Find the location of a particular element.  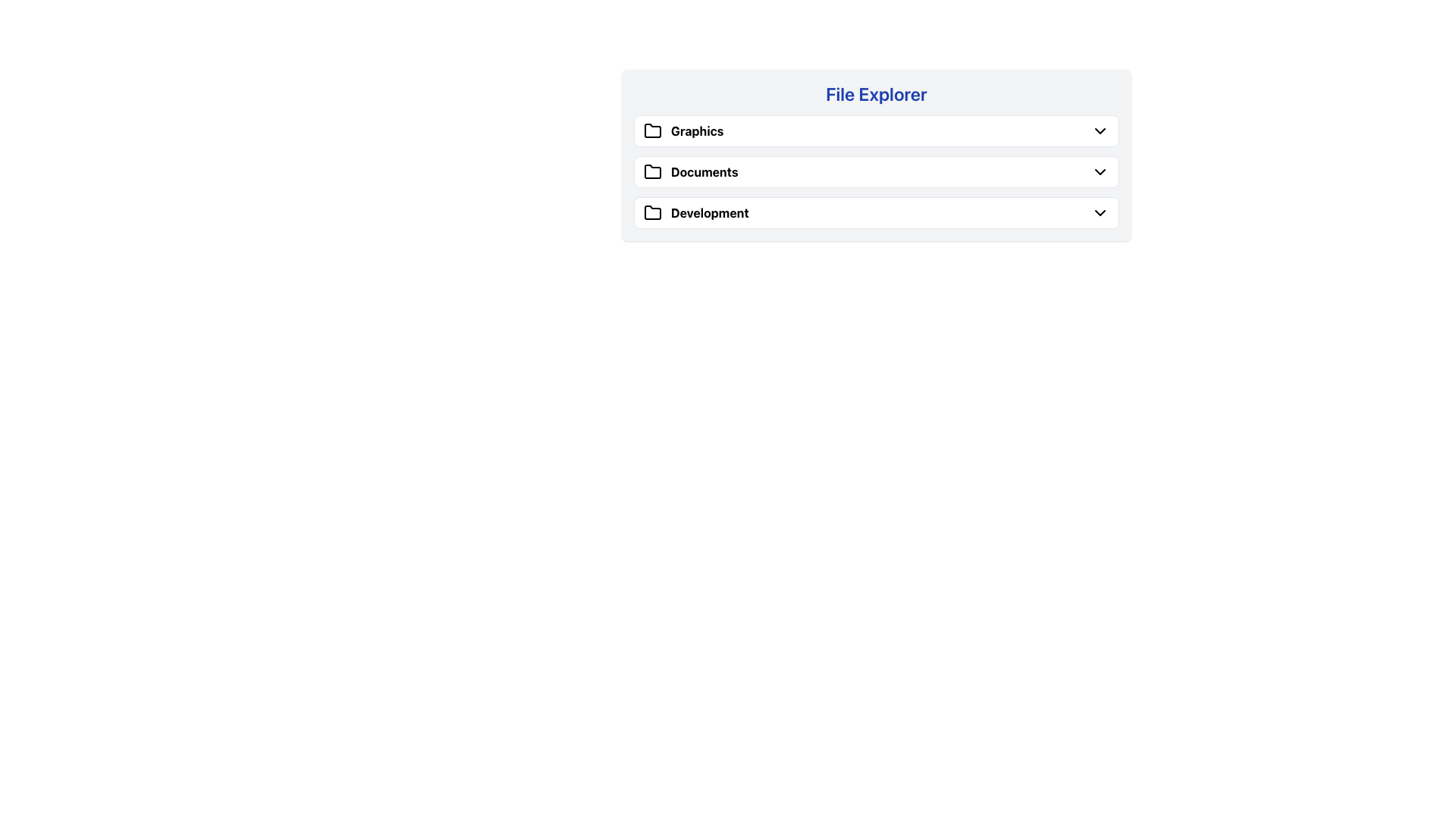

the 'Graphics' folder label, which is the first row in the File Explorer interface is located at coordinates (682, 130).